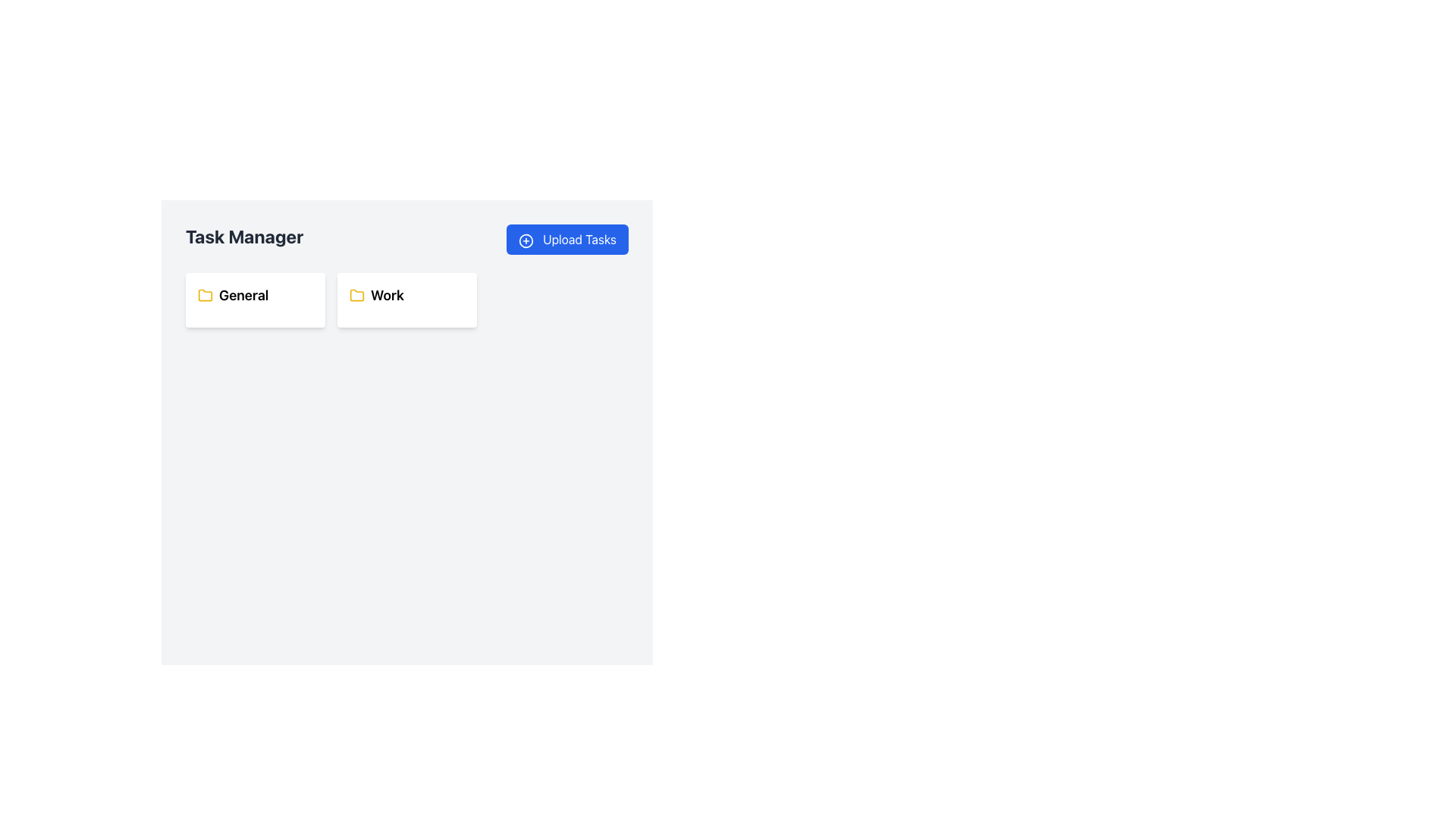  Describe the element at coordinates (255, 295) in the screenshot. I see `the 'General' text label` at that location.